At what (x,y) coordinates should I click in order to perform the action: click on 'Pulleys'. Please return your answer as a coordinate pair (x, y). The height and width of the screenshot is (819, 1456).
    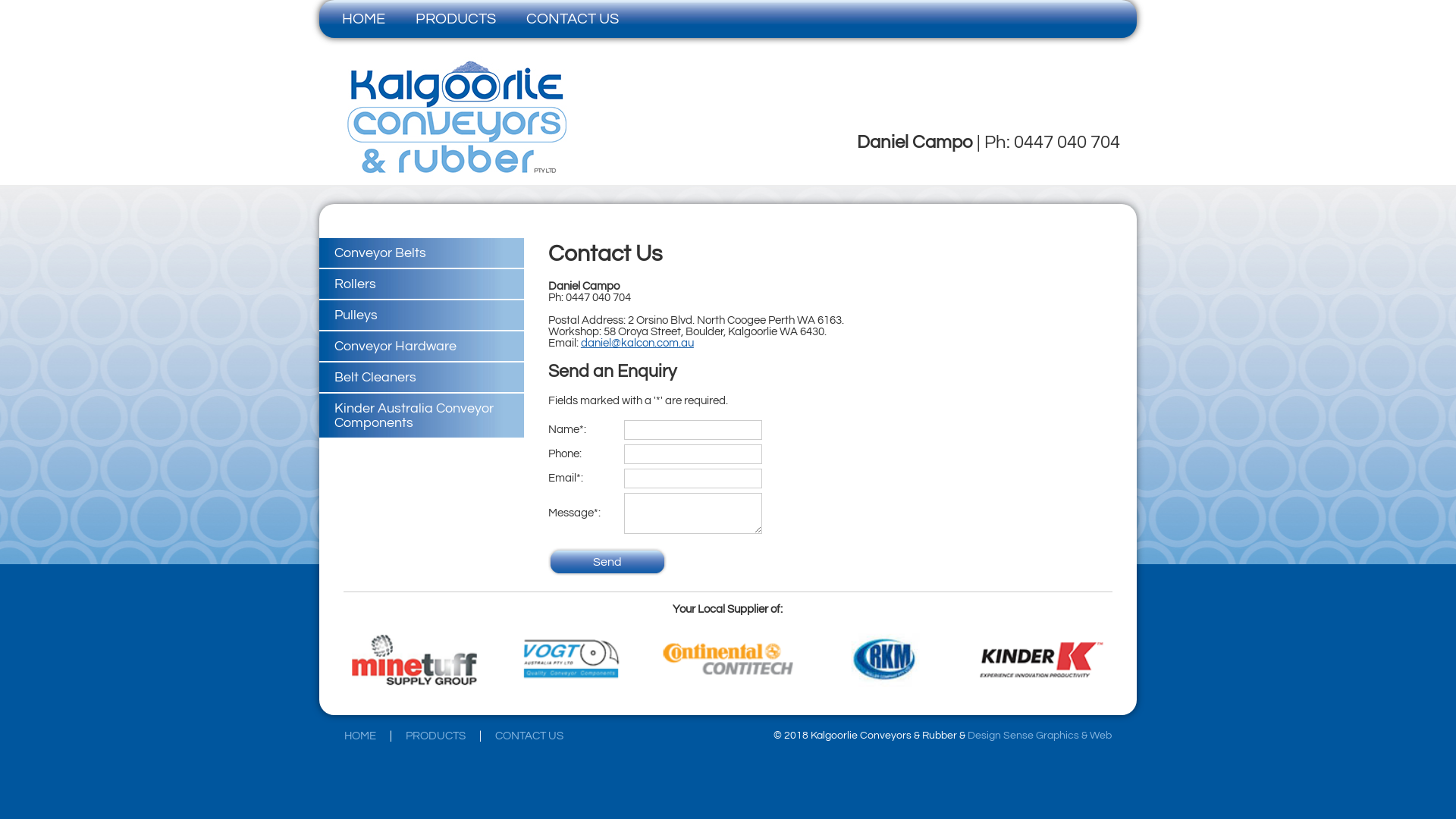
    Looking at the image, I should click on (318, 314).